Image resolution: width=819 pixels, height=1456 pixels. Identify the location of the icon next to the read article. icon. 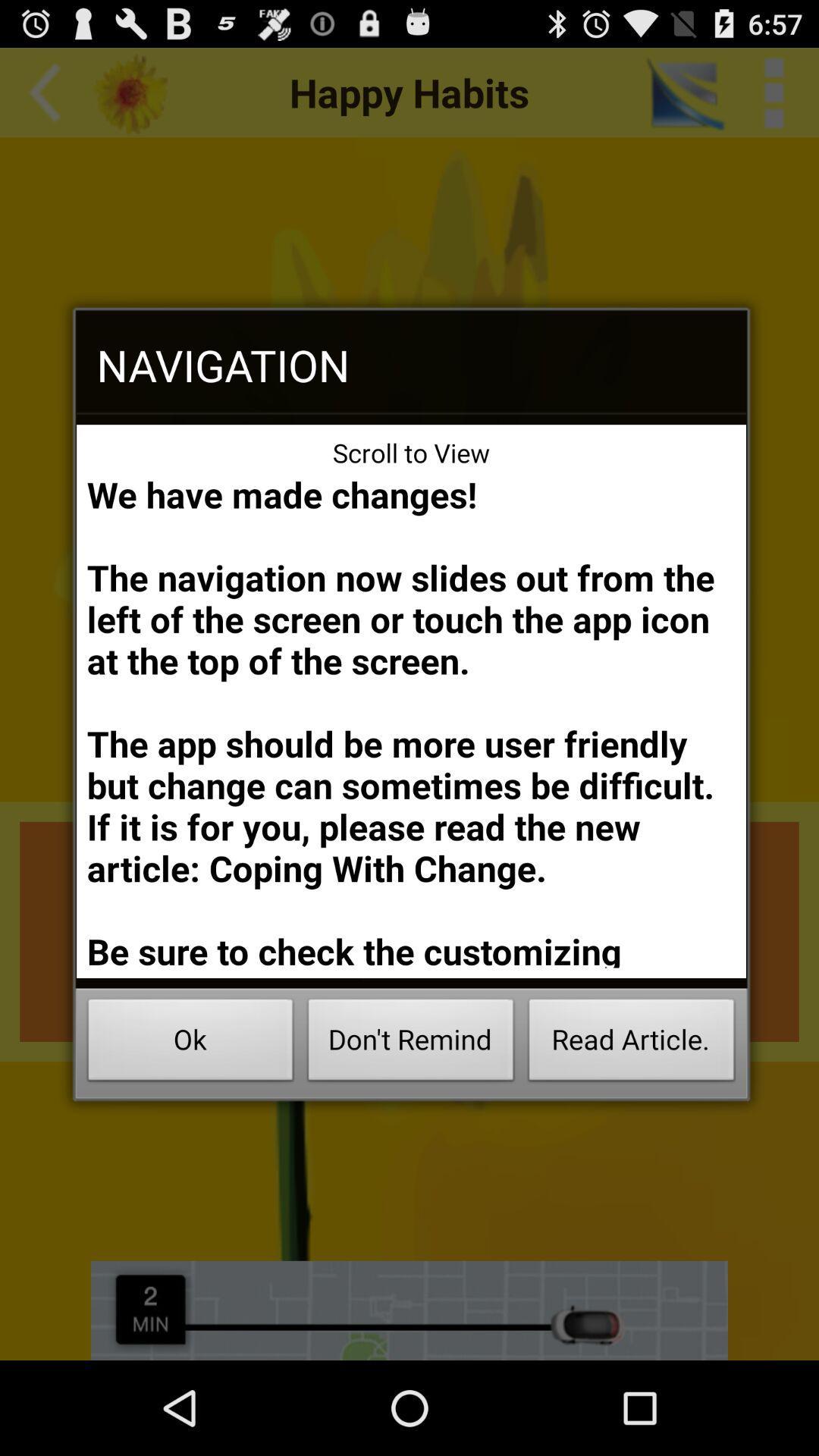
(411, 1043).